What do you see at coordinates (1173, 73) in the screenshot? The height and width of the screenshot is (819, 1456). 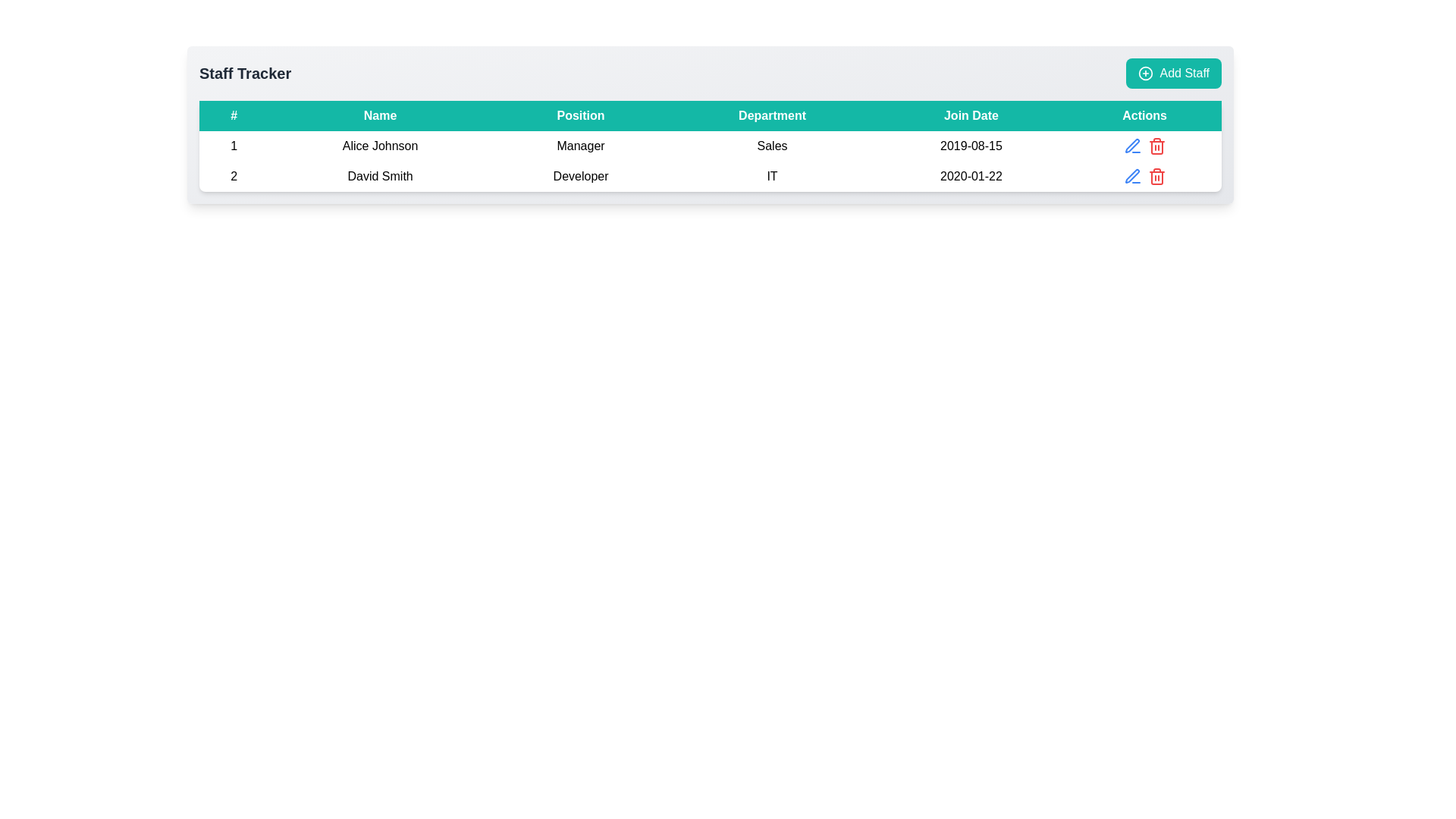 I see `the 'Add Staff' button with a teal background and a circular plus symbol` at bounding box center [1173, 73].